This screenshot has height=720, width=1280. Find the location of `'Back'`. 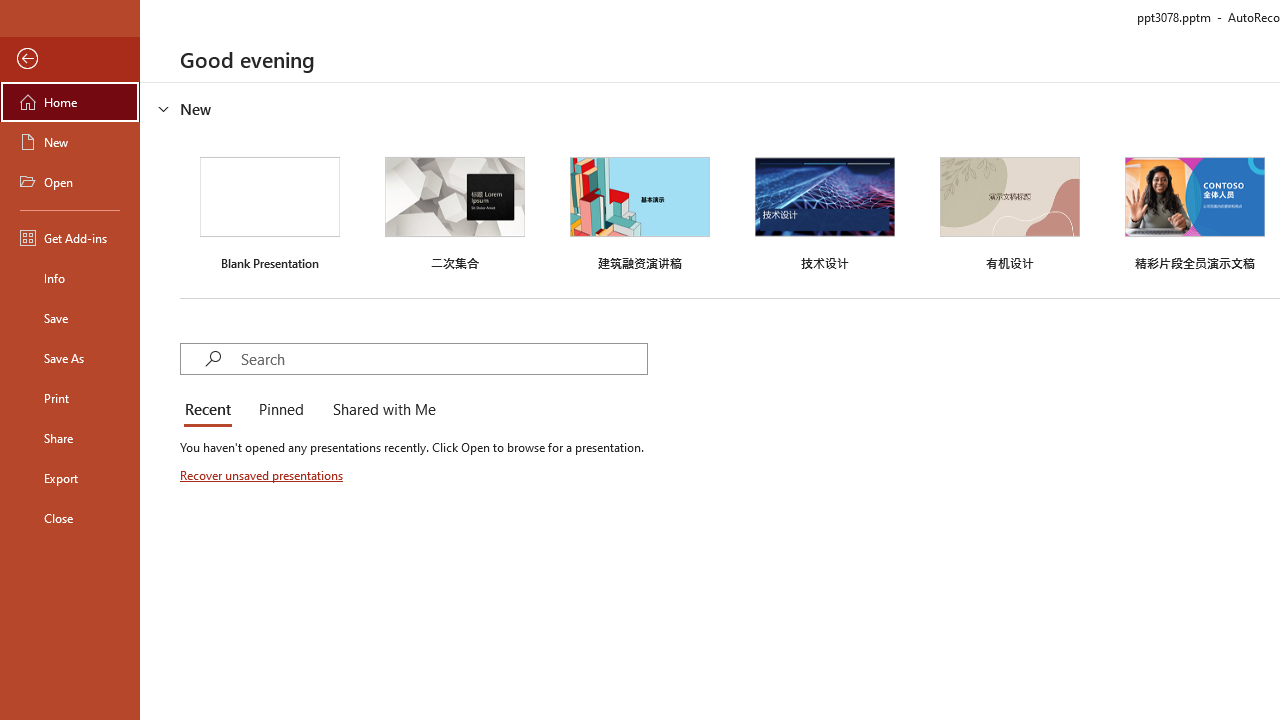

'Back' is located at coordinates (69, 58).